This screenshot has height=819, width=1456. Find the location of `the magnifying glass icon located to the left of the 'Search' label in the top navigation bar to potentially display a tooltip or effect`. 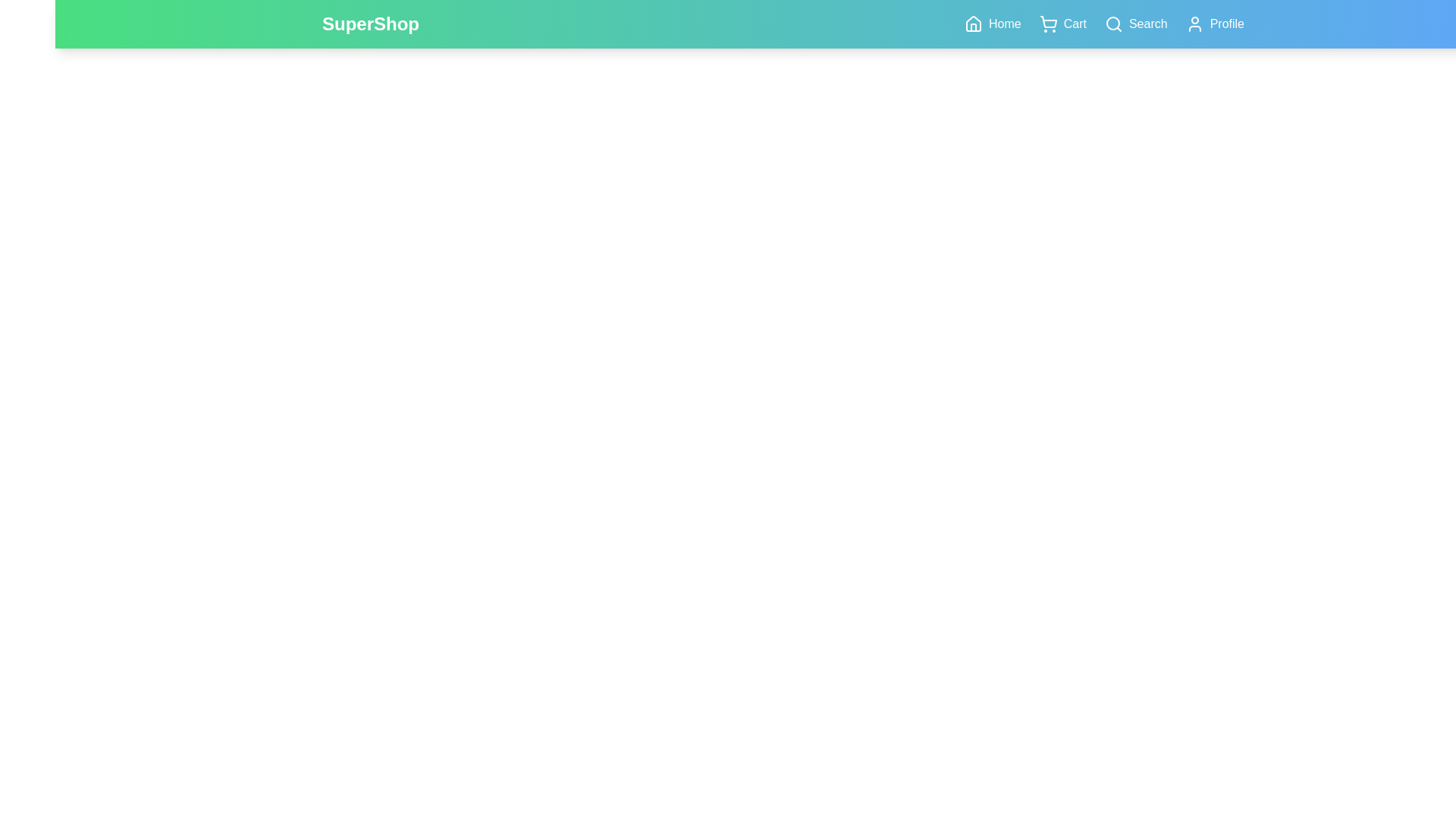

the magnifying glass icon located to the left of the 'Search' label in the top navigation bar to potentially display a tooltip or effect is located at coordinates (1113, 24).